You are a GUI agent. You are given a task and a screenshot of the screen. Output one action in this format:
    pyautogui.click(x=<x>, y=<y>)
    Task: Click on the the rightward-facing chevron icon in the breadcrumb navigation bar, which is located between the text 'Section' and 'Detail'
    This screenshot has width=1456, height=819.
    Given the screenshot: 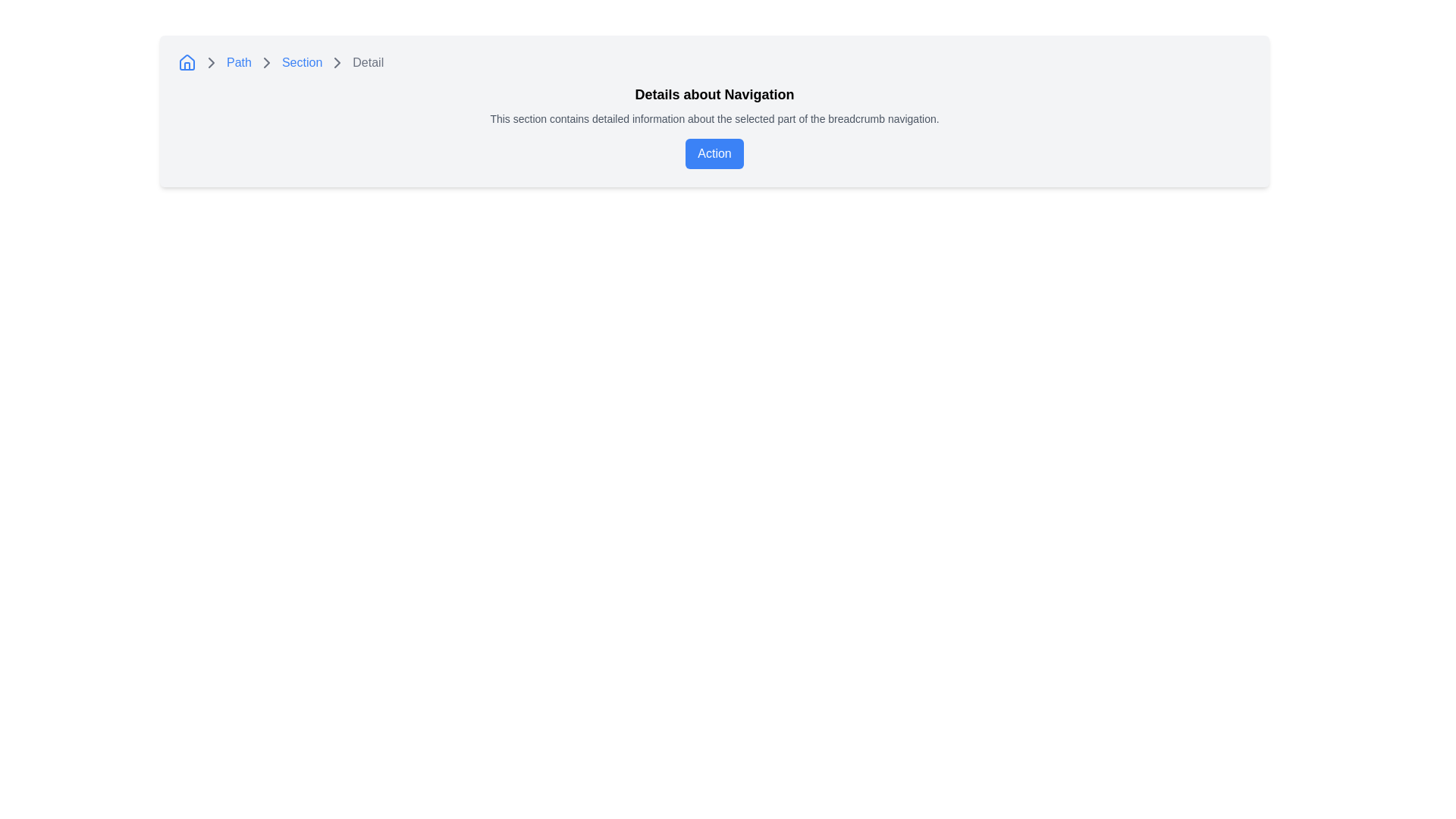 What is the action you would take?
    pyautogui.click(x=337, y=62)
    